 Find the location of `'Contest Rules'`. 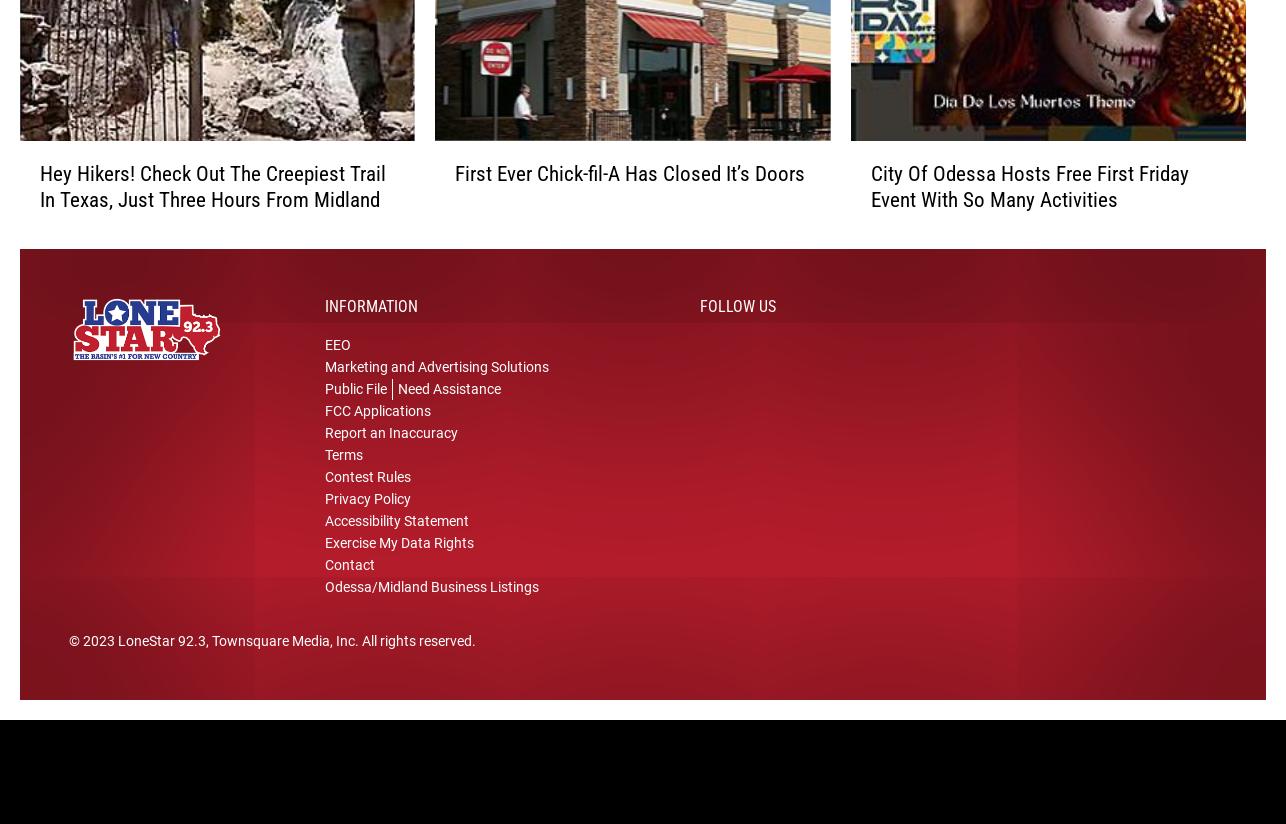

'Contest Rules' is located at coordinates (367, 492).